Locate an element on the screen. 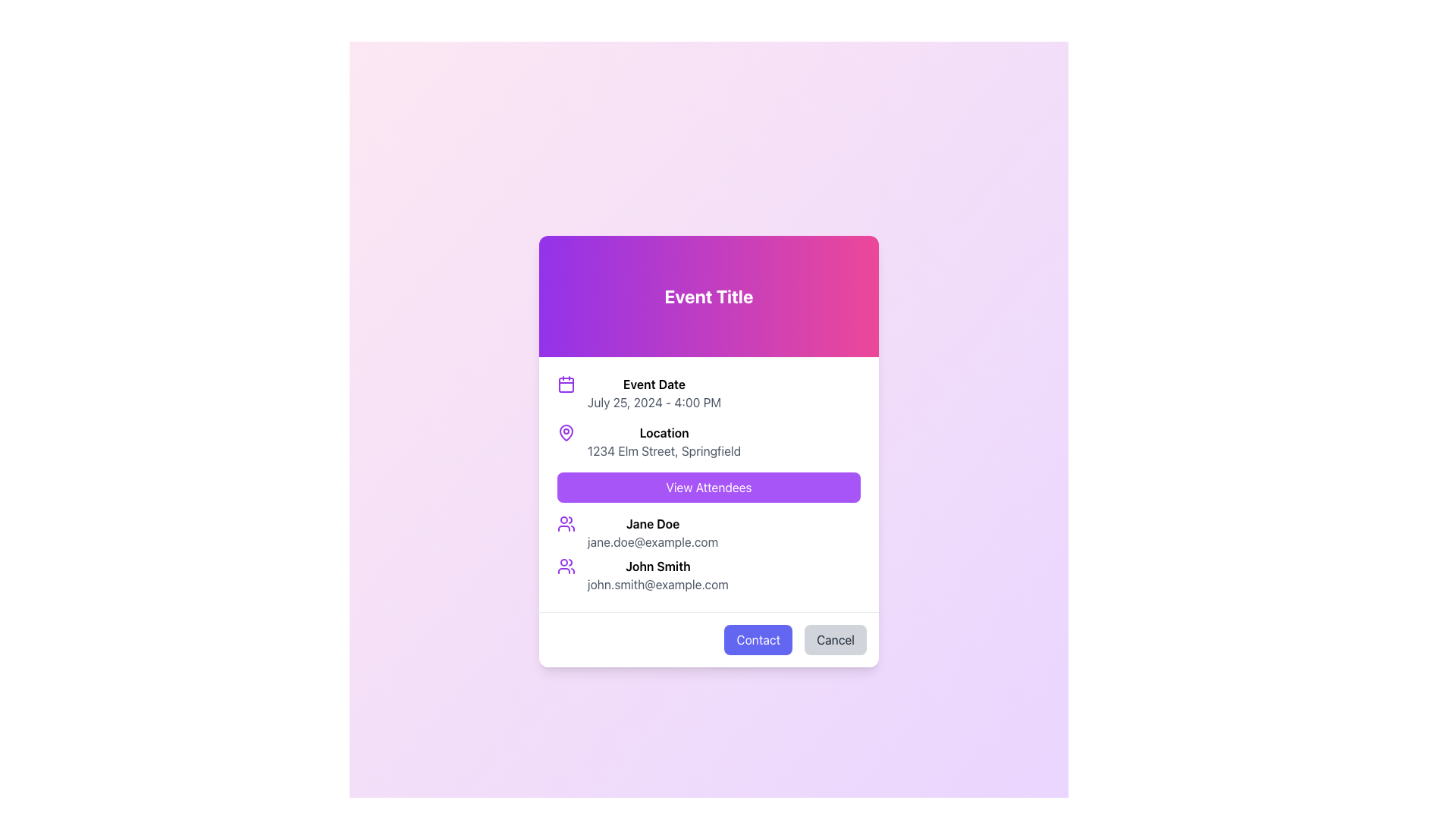 This screenshot has width=1456, height=819. the user icon representing 'John Smith', which is located at the far left of the row layout containing user information is located at coordinates (566, 566).